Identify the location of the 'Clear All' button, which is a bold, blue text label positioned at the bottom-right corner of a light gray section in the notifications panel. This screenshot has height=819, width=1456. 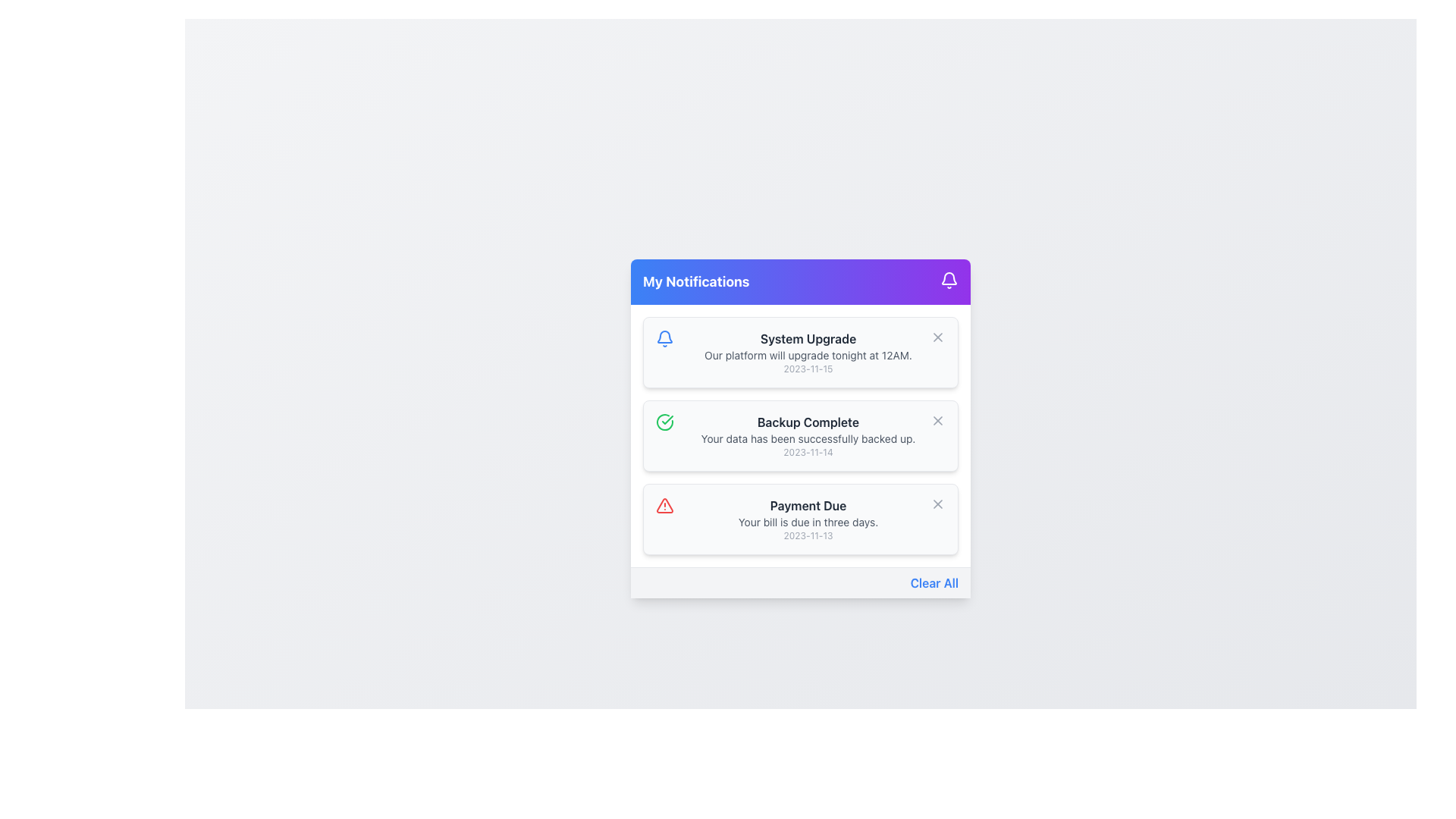
(934, 582).